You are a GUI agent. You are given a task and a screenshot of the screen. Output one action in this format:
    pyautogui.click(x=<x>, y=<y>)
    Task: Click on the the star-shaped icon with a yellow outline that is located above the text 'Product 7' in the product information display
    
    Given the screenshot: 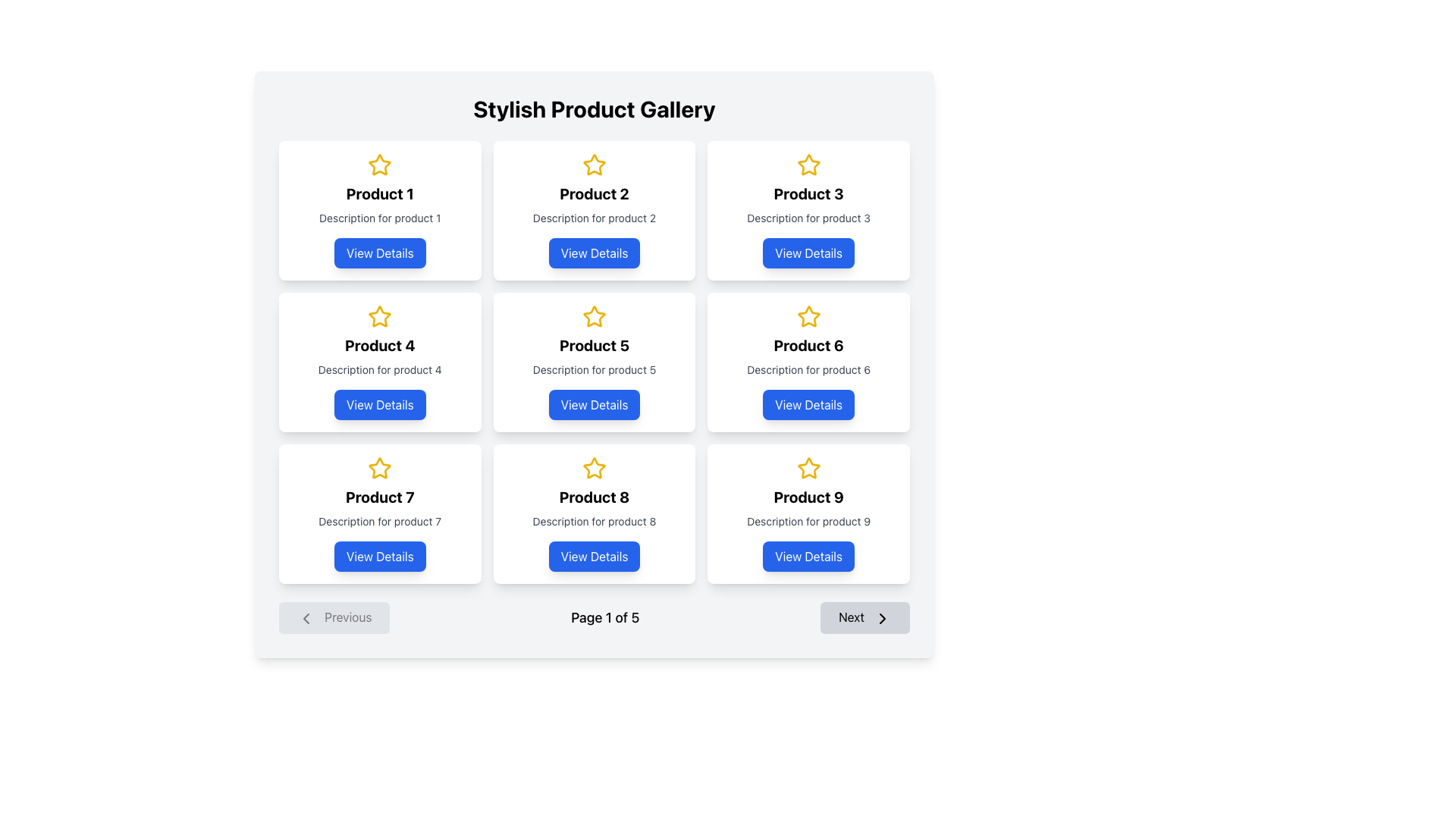 What is the action you would take?
    pyautogui.click(x=380, y=467)
    